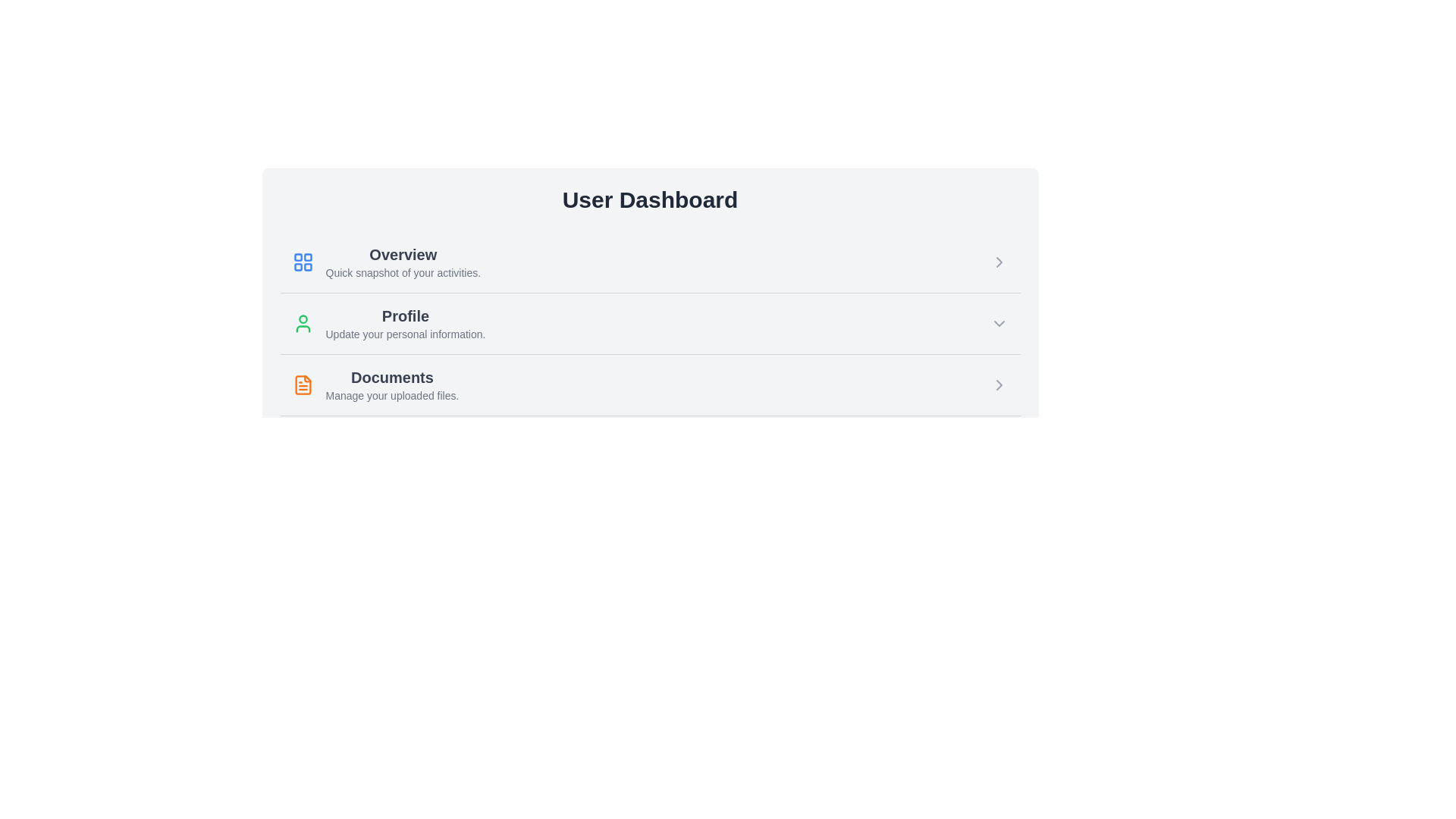 This screenshot has width=1456, height=819. I want to click on the chevron icon on the far right of the bottom row, which is associated with the 'Documents' text, so click(999, 262).